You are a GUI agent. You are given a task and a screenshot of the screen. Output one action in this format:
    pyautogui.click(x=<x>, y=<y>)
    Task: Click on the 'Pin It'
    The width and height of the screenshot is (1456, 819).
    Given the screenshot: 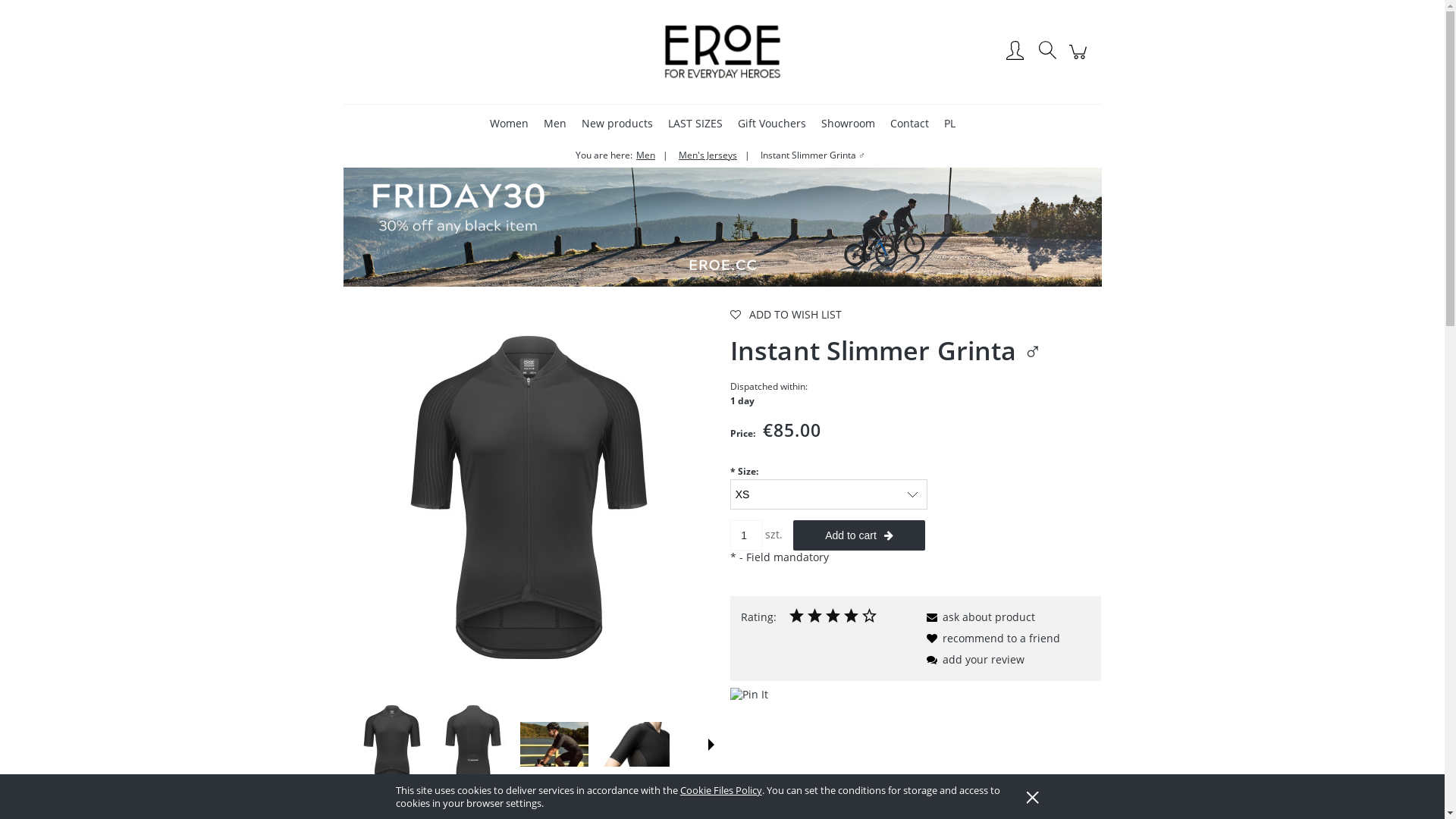 What is the action you would take?
    pyautogui.click(x=749, y=694)
    